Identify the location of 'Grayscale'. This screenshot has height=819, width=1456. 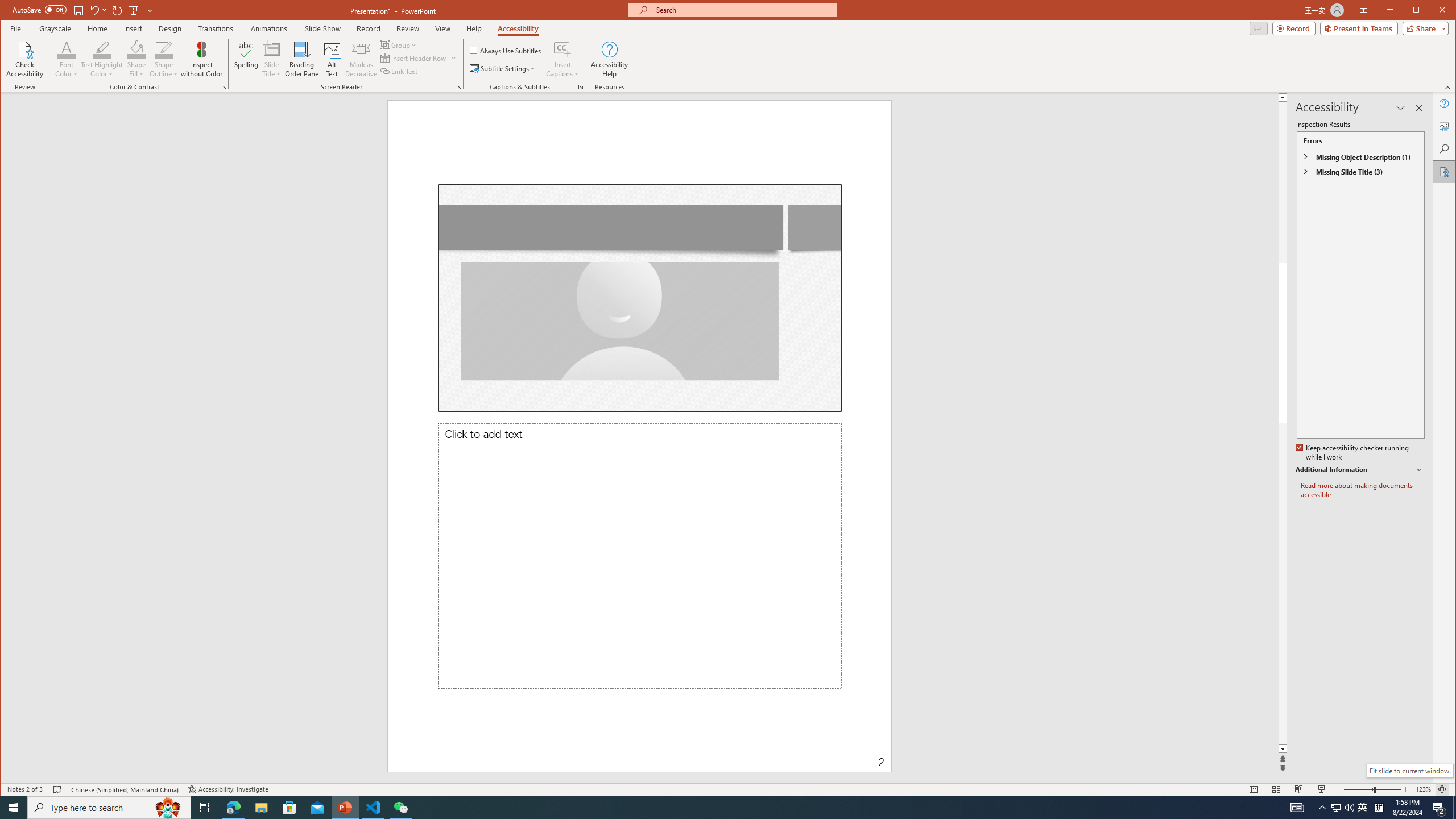
(55, 28).